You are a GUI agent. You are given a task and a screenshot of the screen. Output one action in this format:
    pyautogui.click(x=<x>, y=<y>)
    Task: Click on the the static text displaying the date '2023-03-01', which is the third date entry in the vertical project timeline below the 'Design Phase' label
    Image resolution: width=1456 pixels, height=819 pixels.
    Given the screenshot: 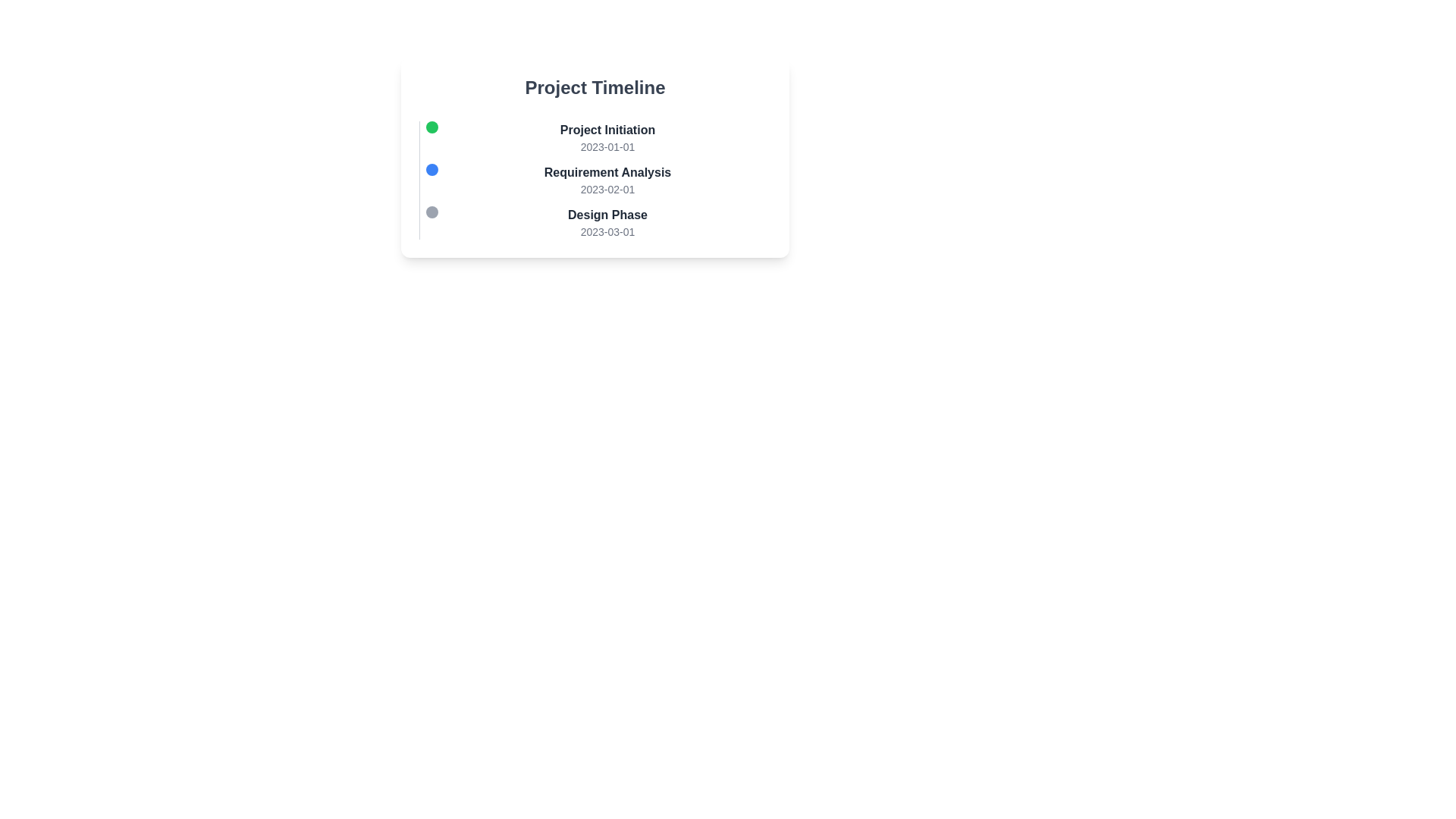 What is the action you would take?
    pyautogui.click(x=607, y=231)
    